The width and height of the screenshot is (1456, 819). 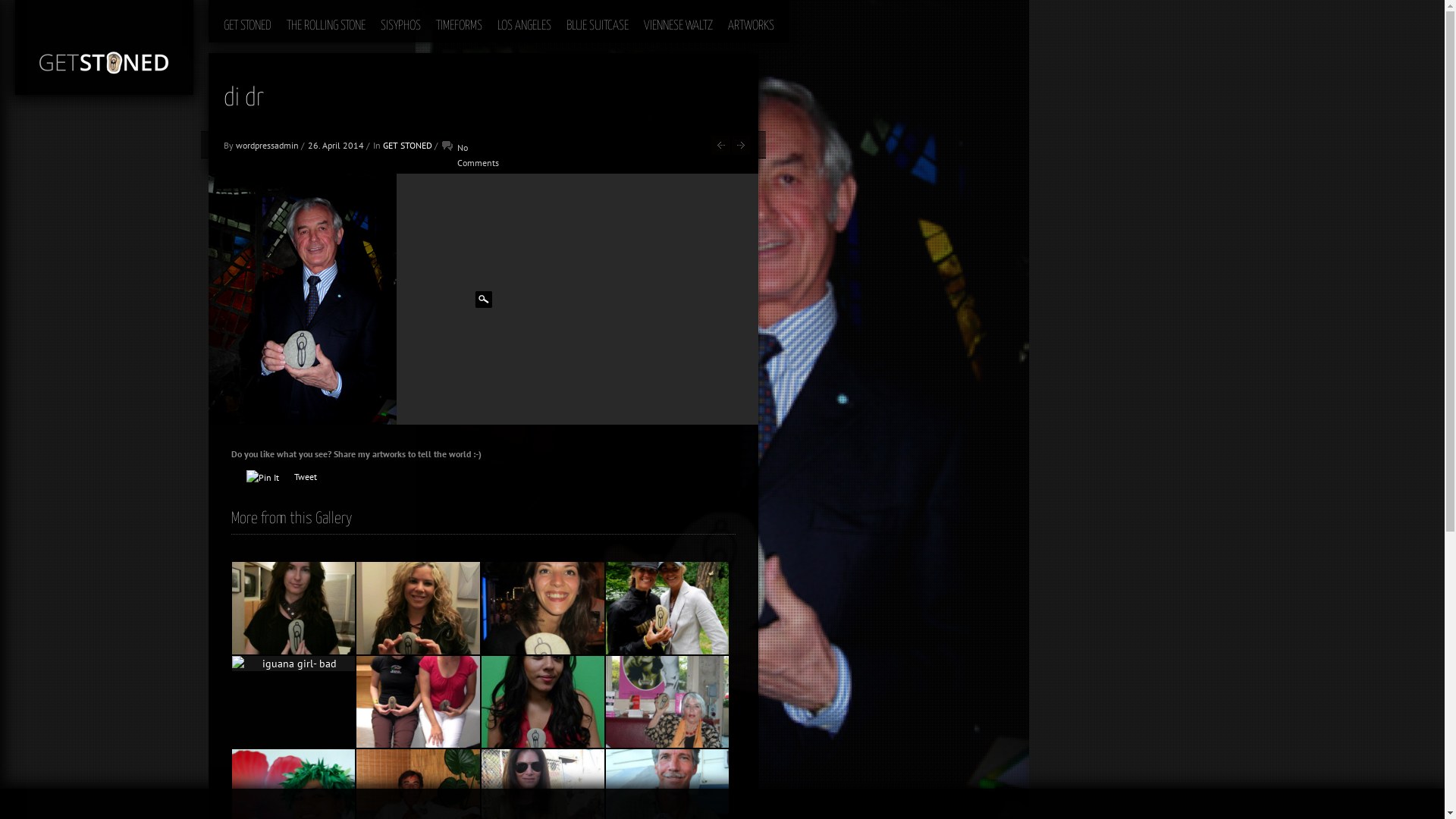 What do you see at coordinates (524, 20) in the screenshot?
I see `'LOS ANGELES'` at bounding box center [524, 20].